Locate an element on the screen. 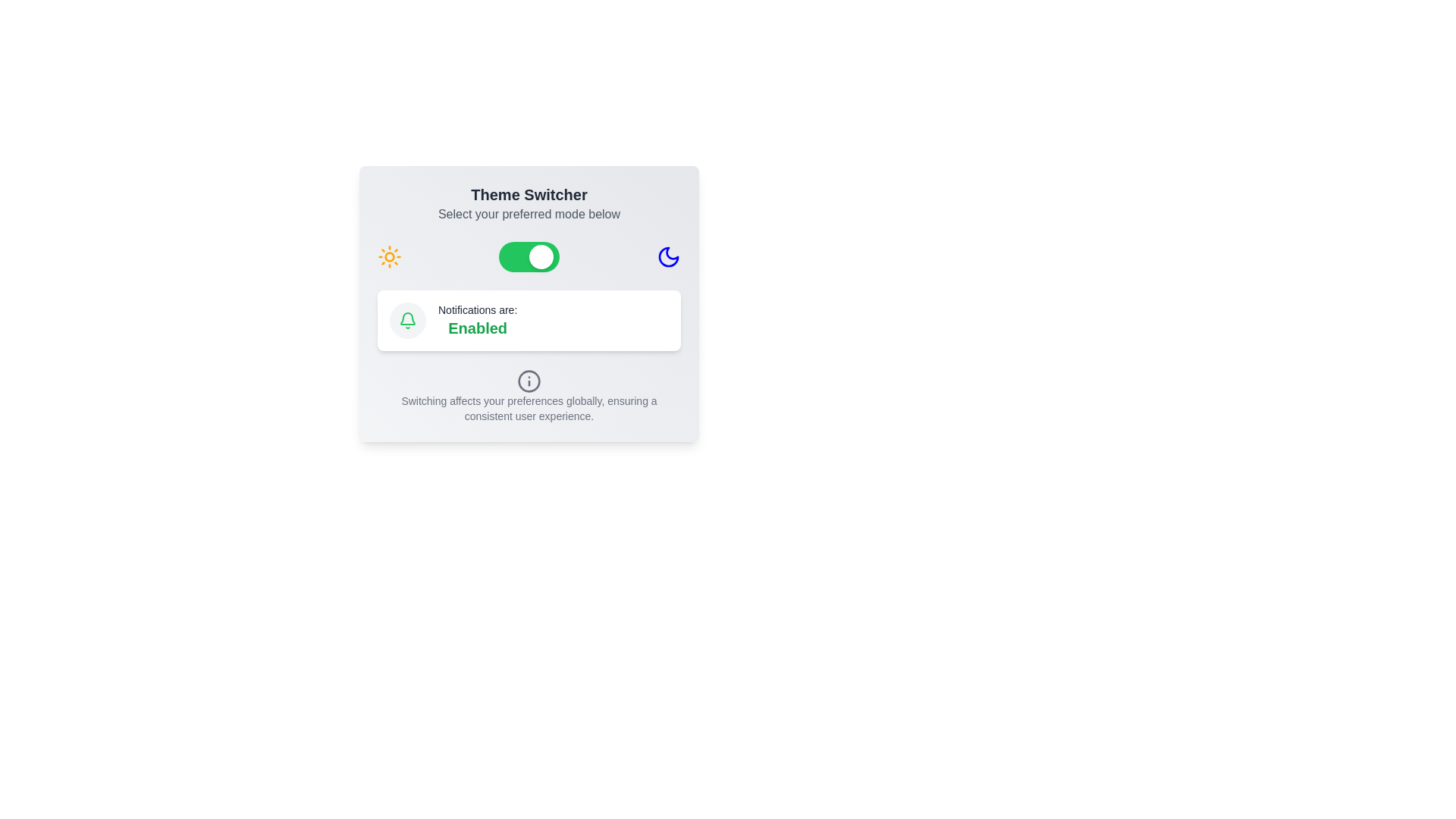 The height and width of the screenshot is (819, 1456). the gray circular Informational icon with an 'i' symbol is located at coordinates (529, 380).